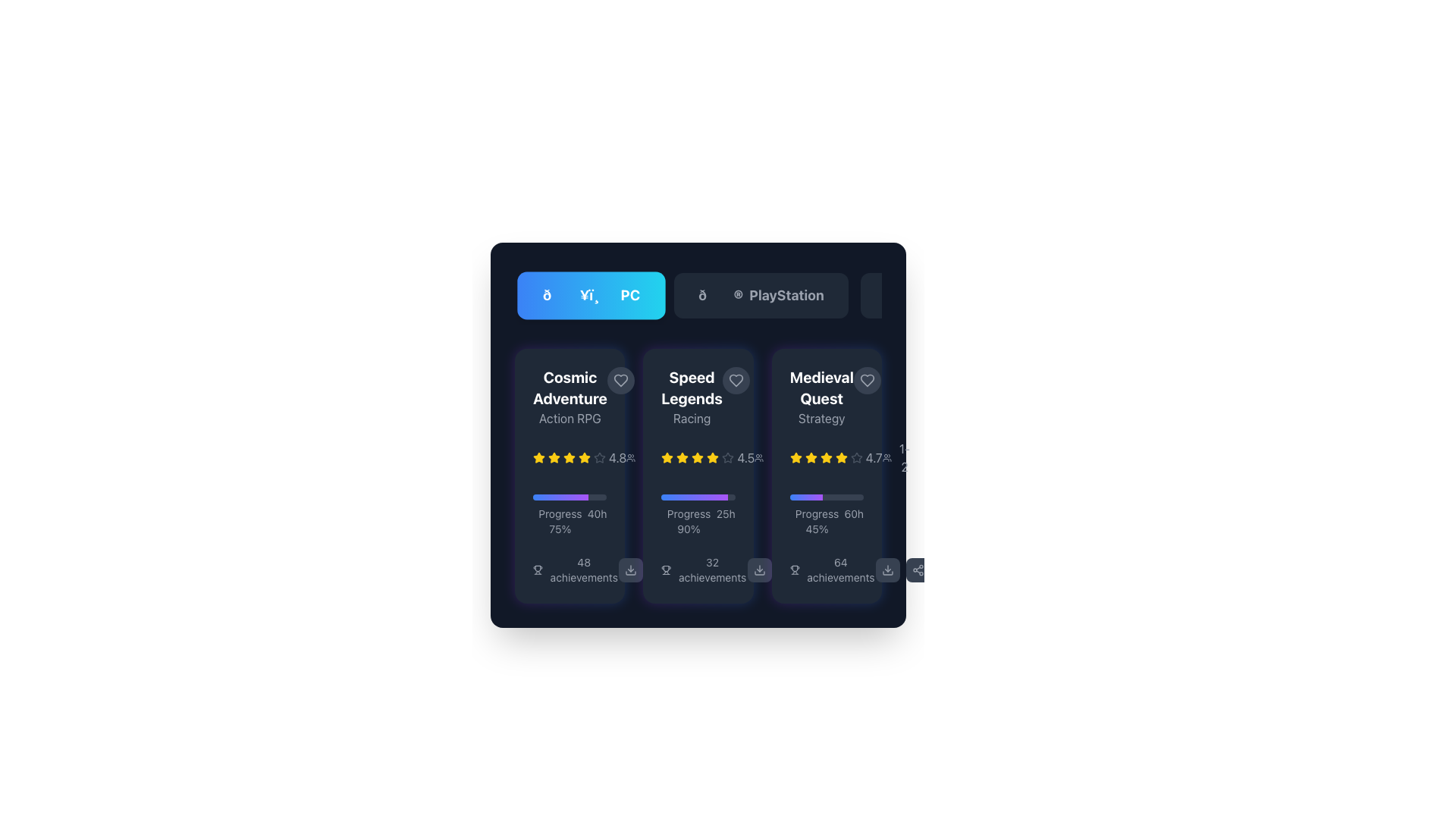 This screenshot has width=1456, height=819. Describe the element at coordinates (832, 570) in the screenshot. I see `the informational text label that shows the number of achievements unlocked for the 'Medieval Quest' card, located at the bottom-right corner of the interface` at that location.